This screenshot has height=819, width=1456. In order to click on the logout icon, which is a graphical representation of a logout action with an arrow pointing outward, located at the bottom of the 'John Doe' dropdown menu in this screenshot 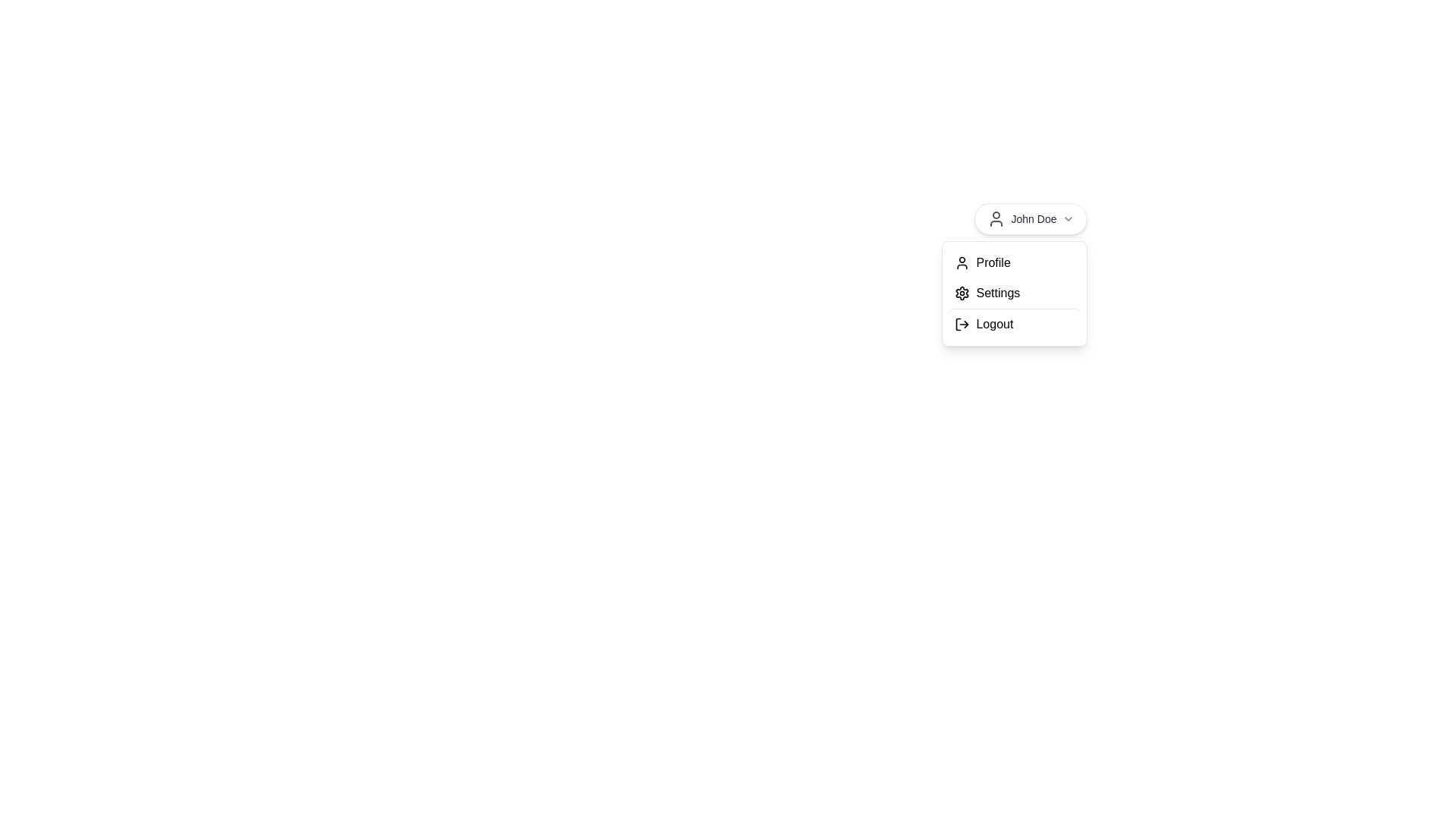, I will do `click(962, 324)`.